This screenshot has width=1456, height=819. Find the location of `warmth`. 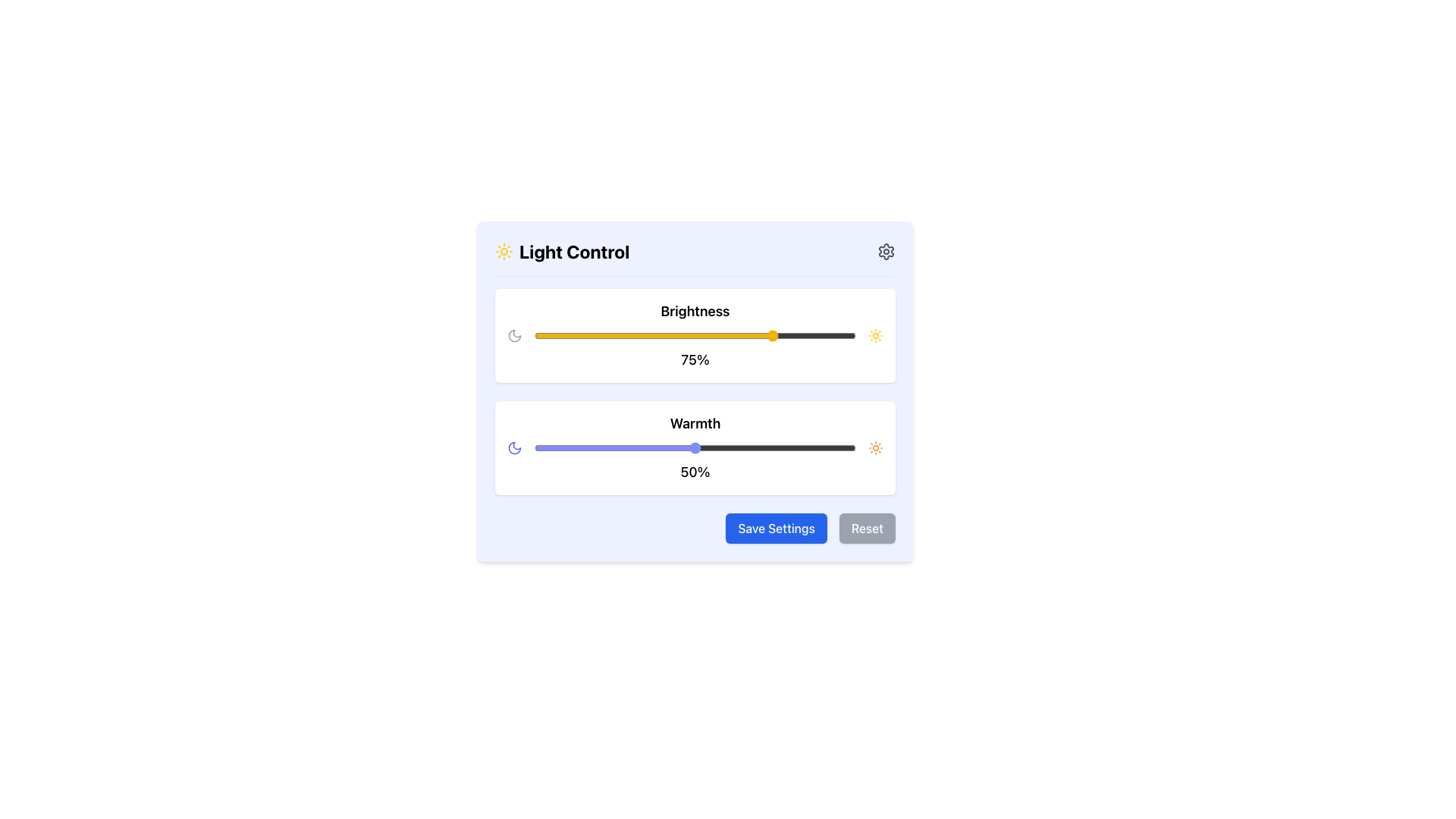

warmth is located at coordinates (797, 447).